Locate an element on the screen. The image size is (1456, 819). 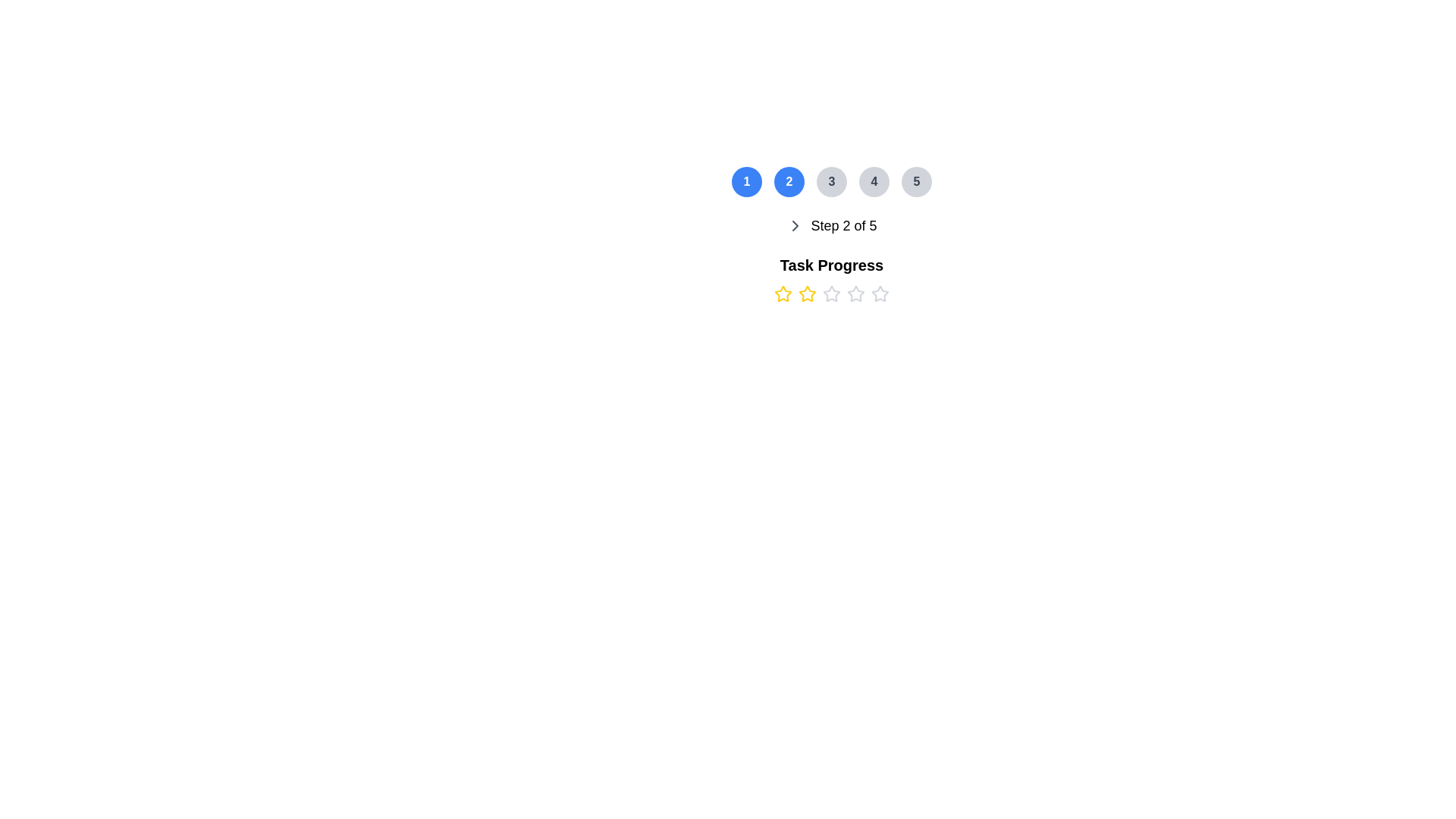
the fifth star icon, which is light gray and outlined, in the rating system to rate it is located at coordinates (880, 293).